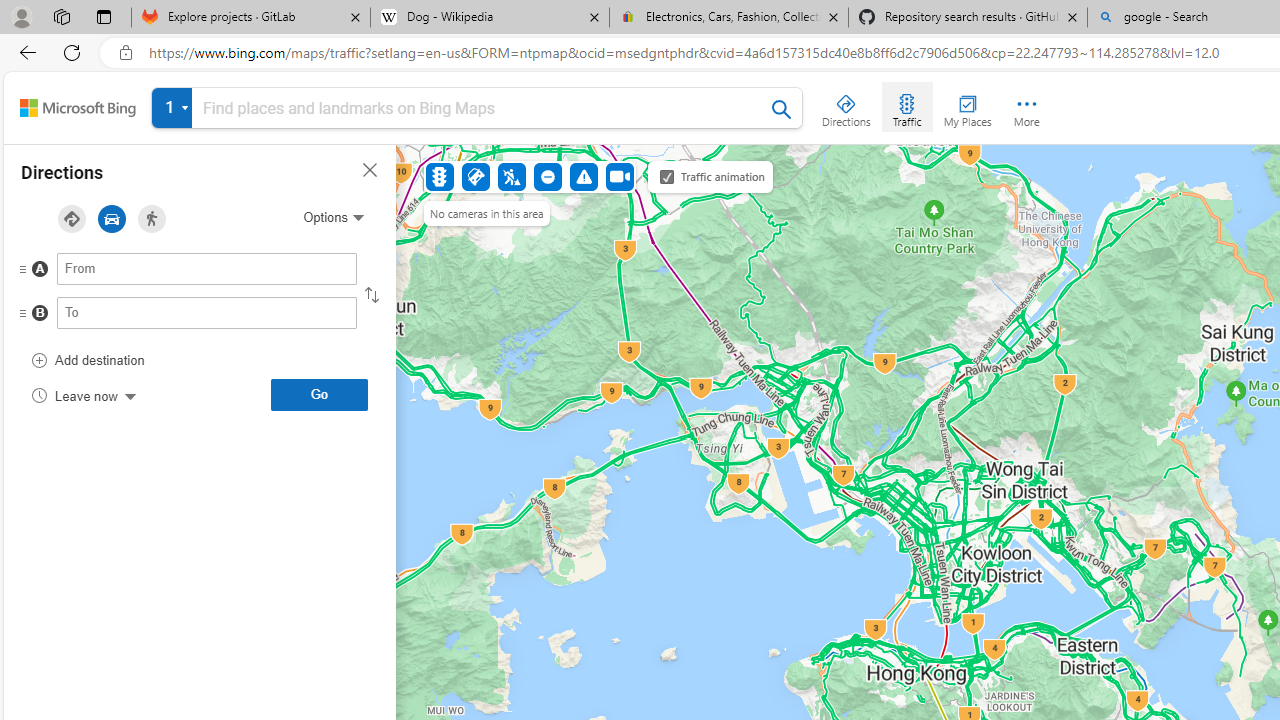  What do you see at coordinates (846, 106) in the screenshot?
I see `'Directions'` at bounding box center [846, 106].